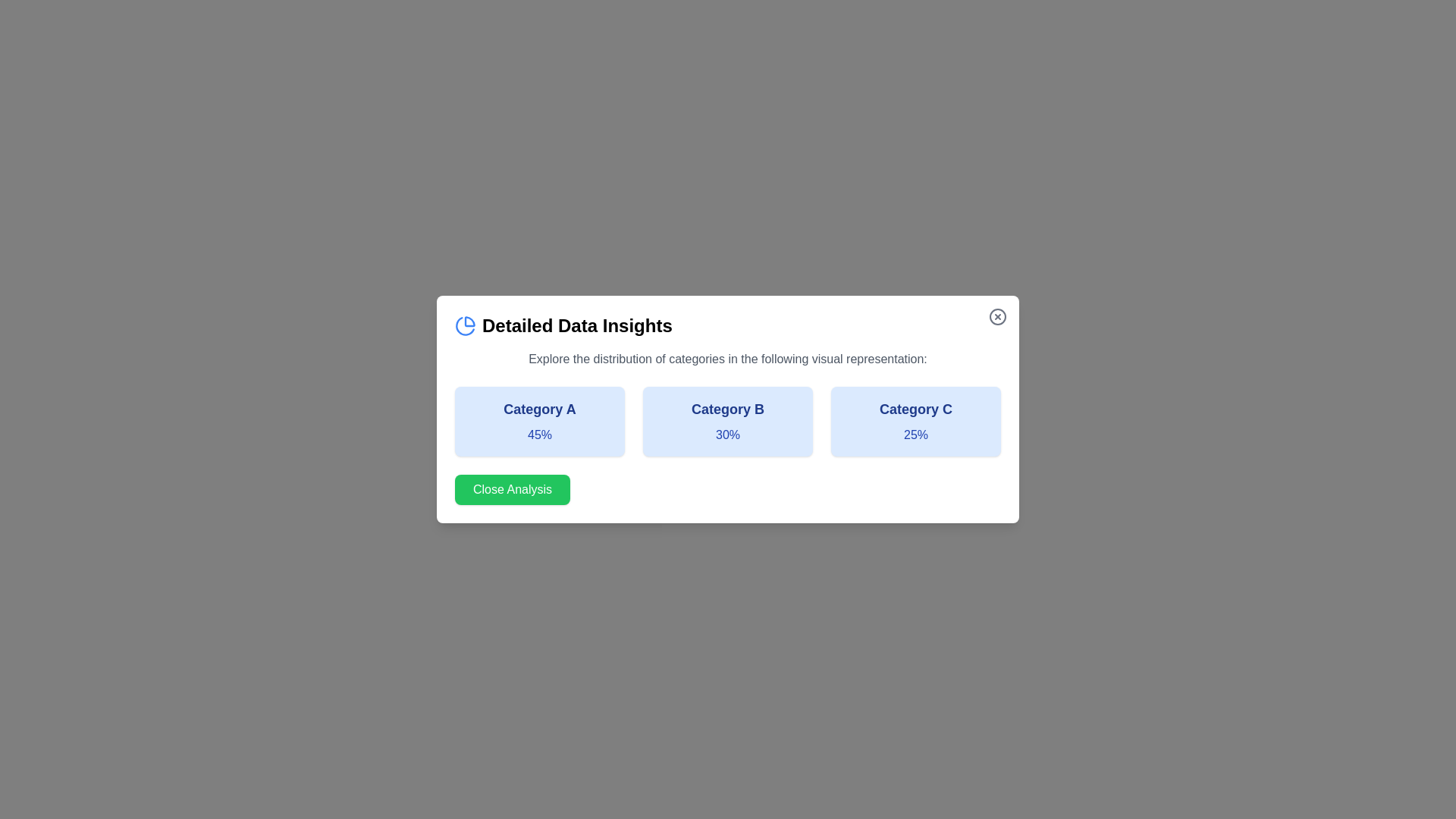 The height and width of the screenshot is (819, 1456). Describe the element at coordinates (465, 325) in the screenshot. I see `the icon representing data-related functionality next to the heading 'Detailed Data Insights' located in the top left corner of the modal window` at that location.